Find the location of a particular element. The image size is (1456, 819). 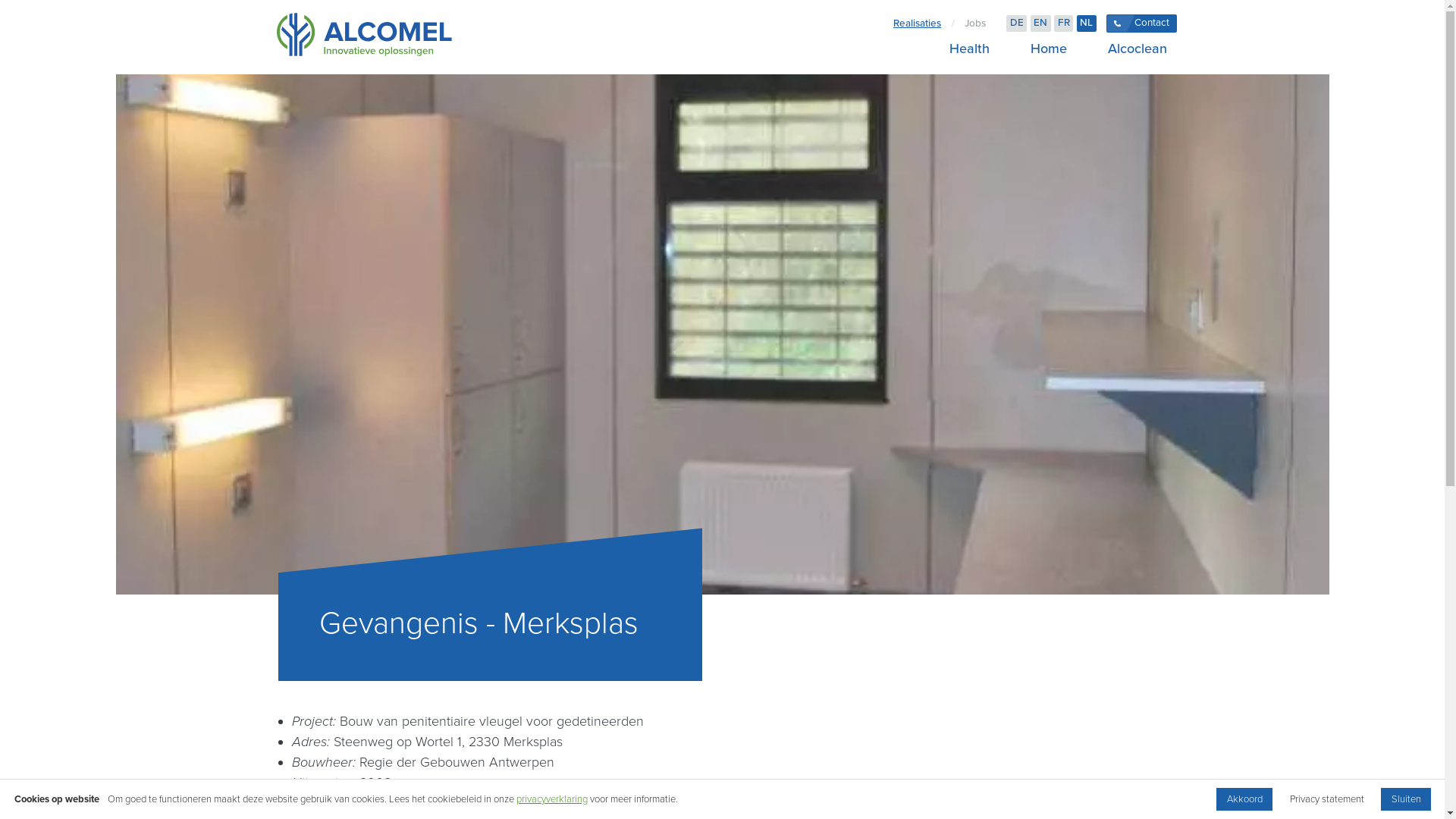

'Home' is located at coordinates (1047, 48).